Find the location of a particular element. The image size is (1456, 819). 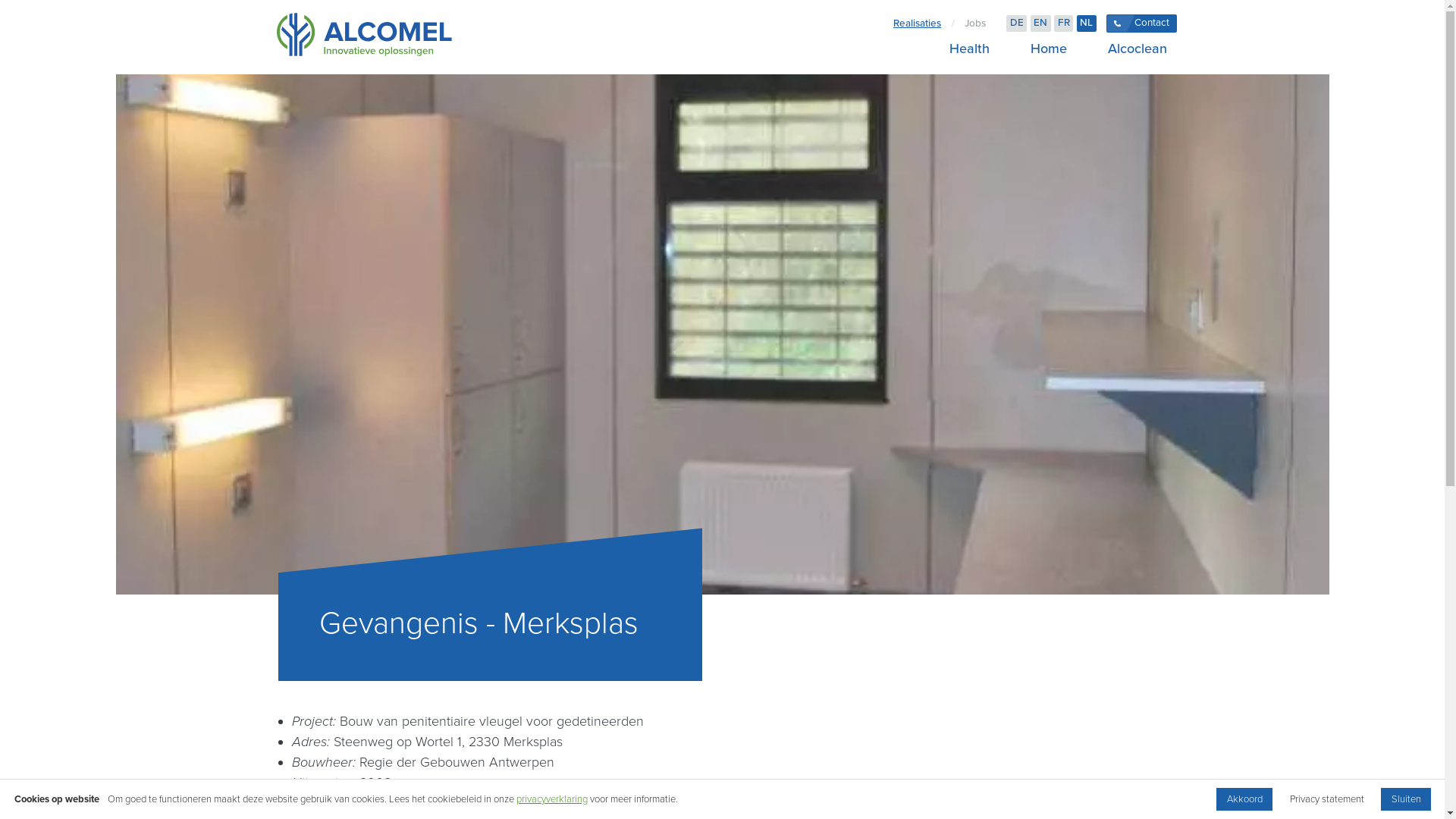

'Home' is located at coordinates (1047, 48).